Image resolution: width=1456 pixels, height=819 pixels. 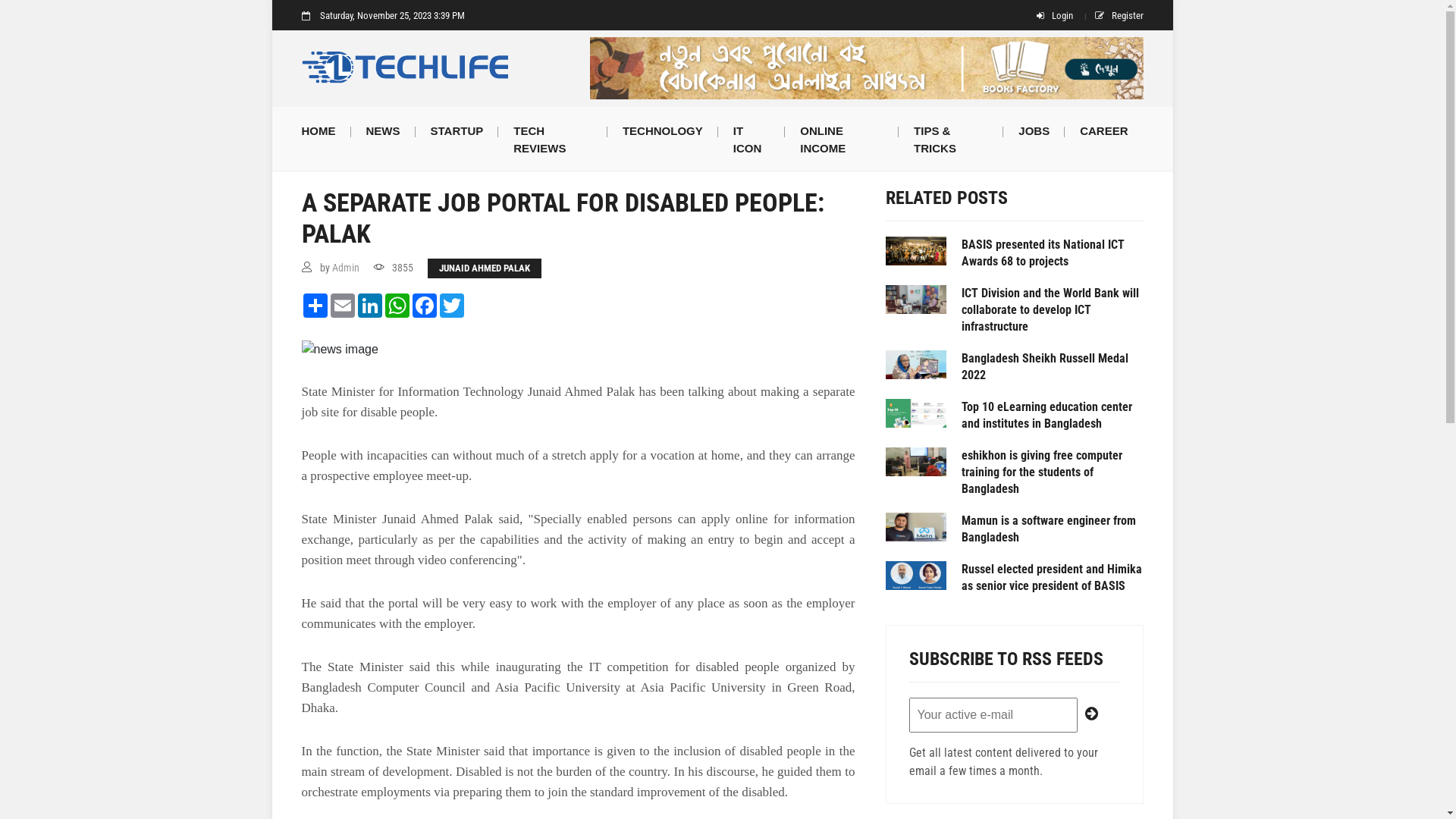 I want to click on 'Bangladesh Sheikh Russell Medal 2022', so click(x=1051, y=366).